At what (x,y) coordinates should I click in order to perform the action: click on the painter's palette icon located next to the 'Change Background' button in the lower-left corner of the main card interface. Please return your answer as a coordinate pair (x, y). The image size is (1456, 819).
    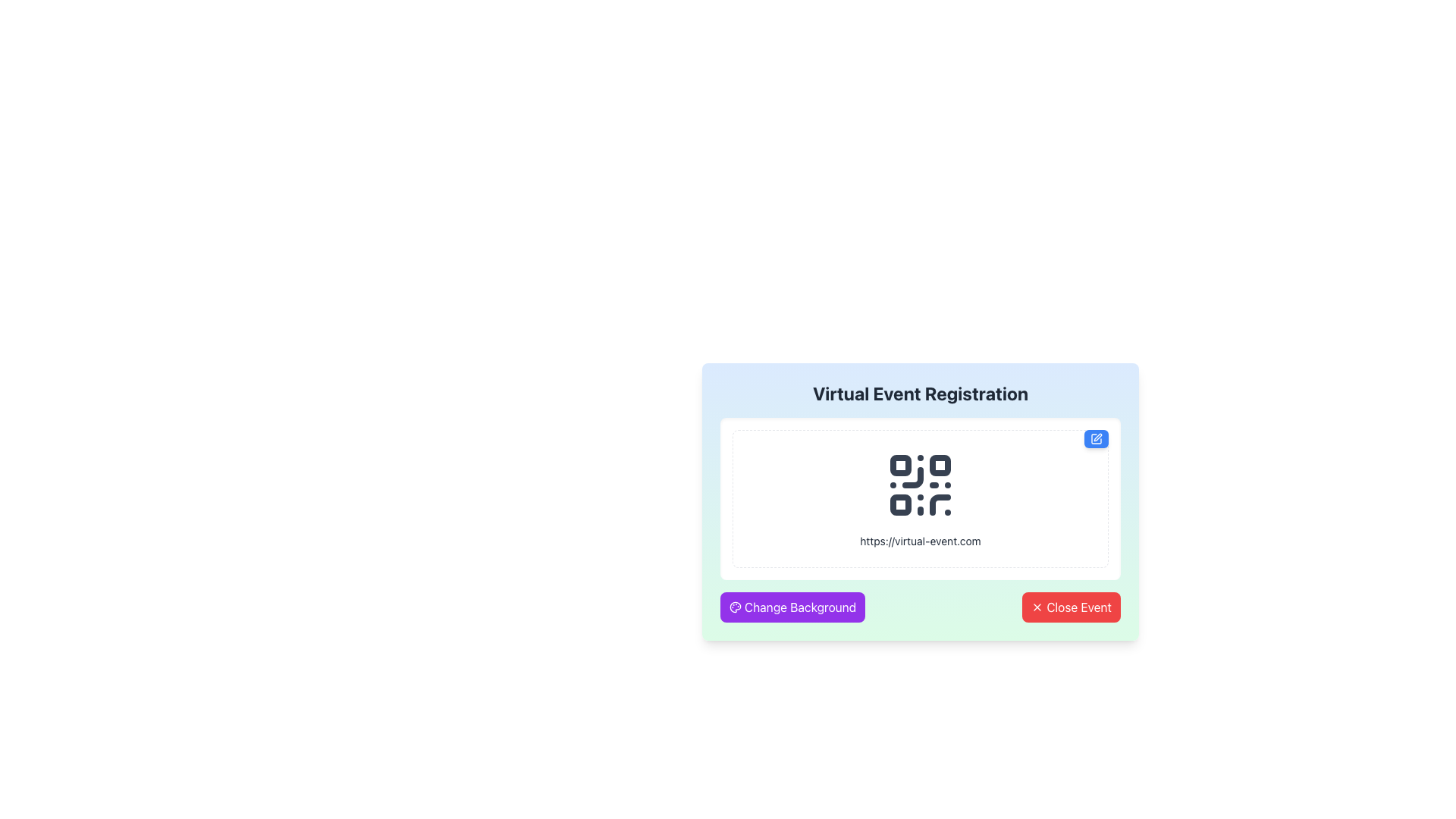
    Looking at the image, I should click on (735, 607).